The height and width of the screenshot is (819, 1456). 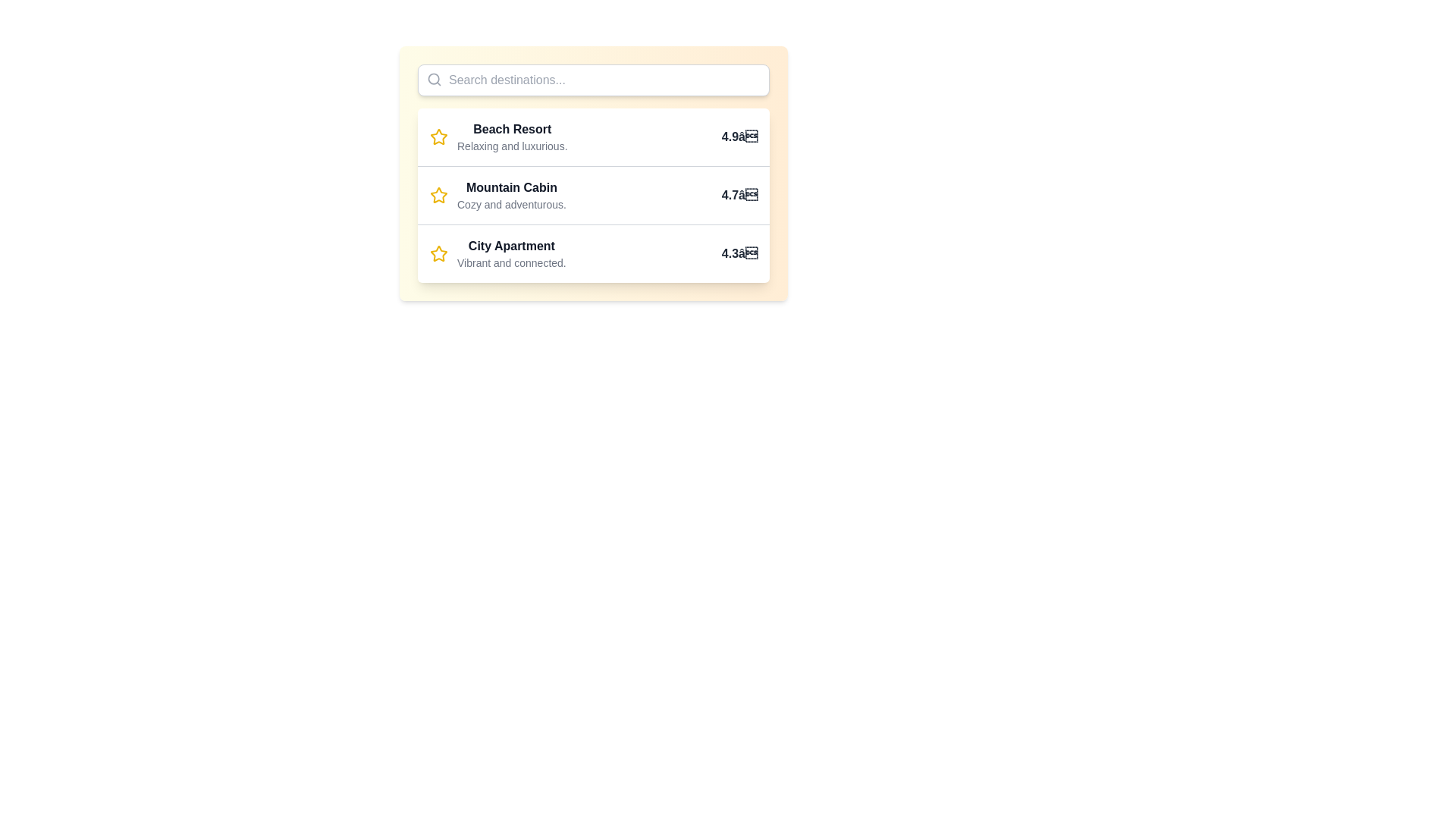 What do you see at coordinates (511, 253) in the screenshot?
I see `the text block containing 'City Apartment' and 'Vibrant and connected.'` at bounding box center [511, 253].